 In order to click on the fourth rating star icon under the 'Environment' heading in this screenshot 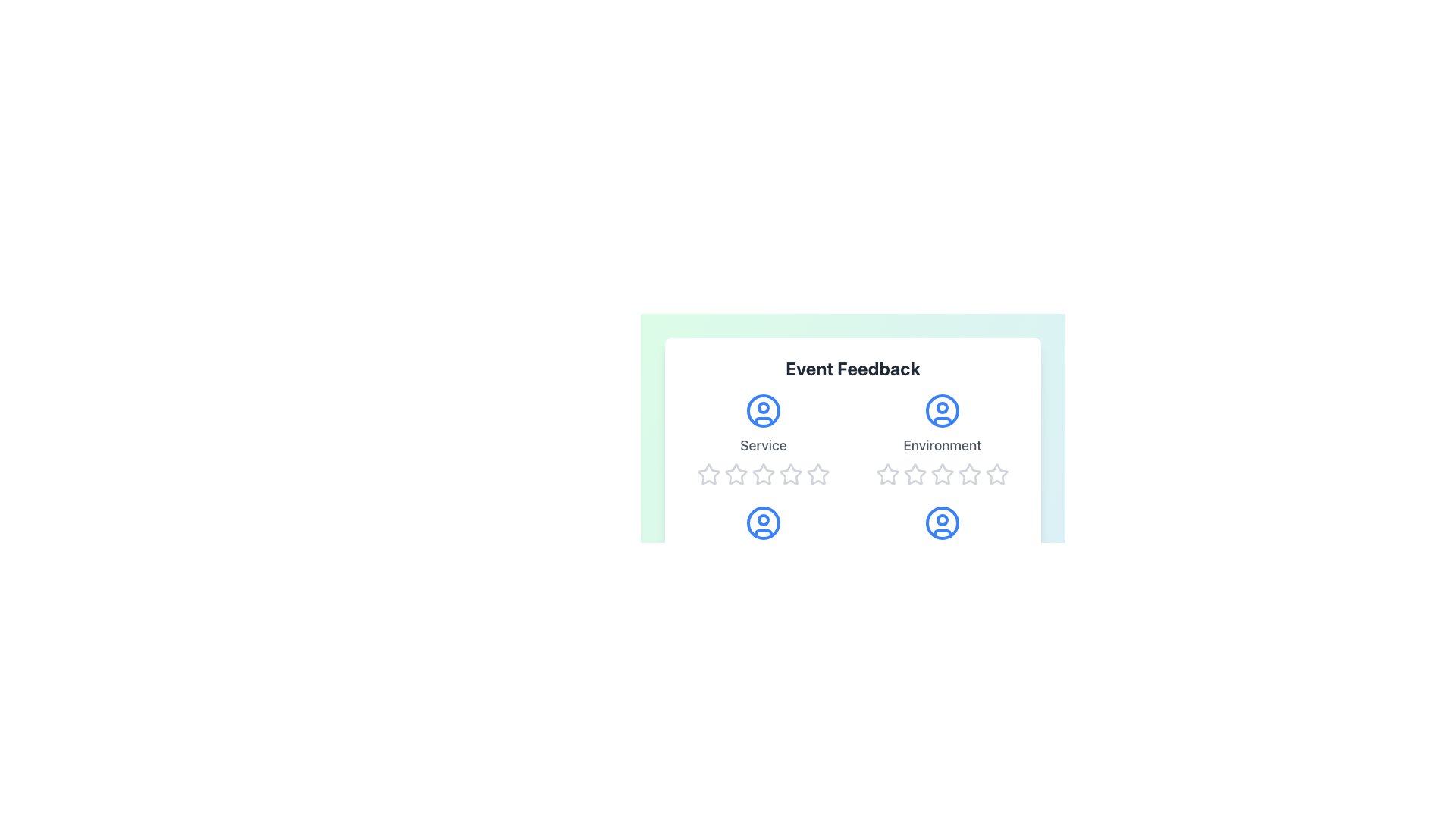, I will do `click(942, 473)`.